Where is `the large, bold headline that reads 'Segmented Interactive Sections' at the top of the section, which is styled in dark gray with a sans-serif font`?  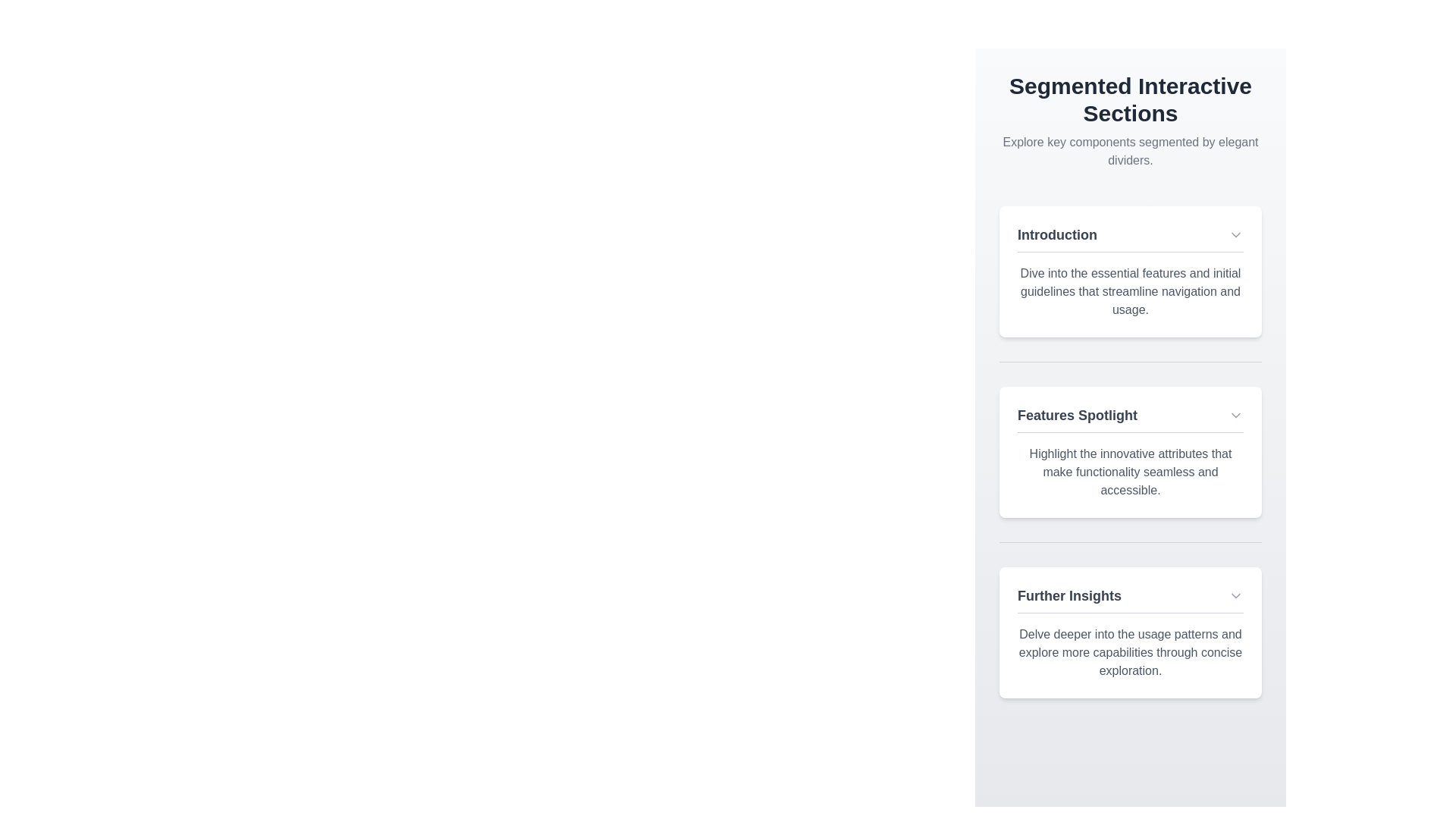 the large, bold headline that reads 'Segmented Interactive Sections' at the top of the section, which is styled in dark gray with a sans-serif font is located at coordinates (1131, 99).